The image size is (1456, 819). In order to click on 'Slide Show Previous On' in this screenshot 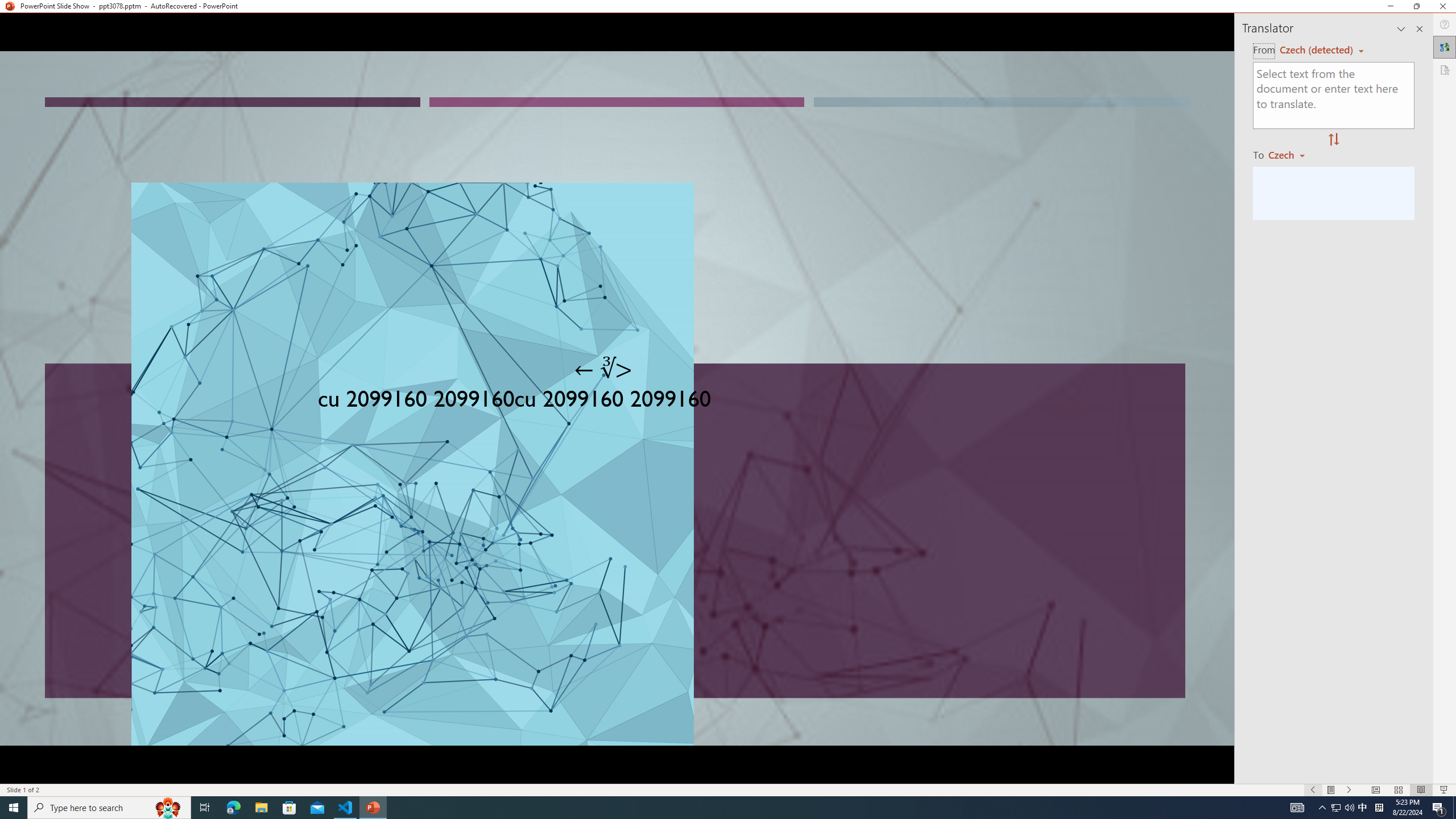, I will do `click(1313, 790)`.